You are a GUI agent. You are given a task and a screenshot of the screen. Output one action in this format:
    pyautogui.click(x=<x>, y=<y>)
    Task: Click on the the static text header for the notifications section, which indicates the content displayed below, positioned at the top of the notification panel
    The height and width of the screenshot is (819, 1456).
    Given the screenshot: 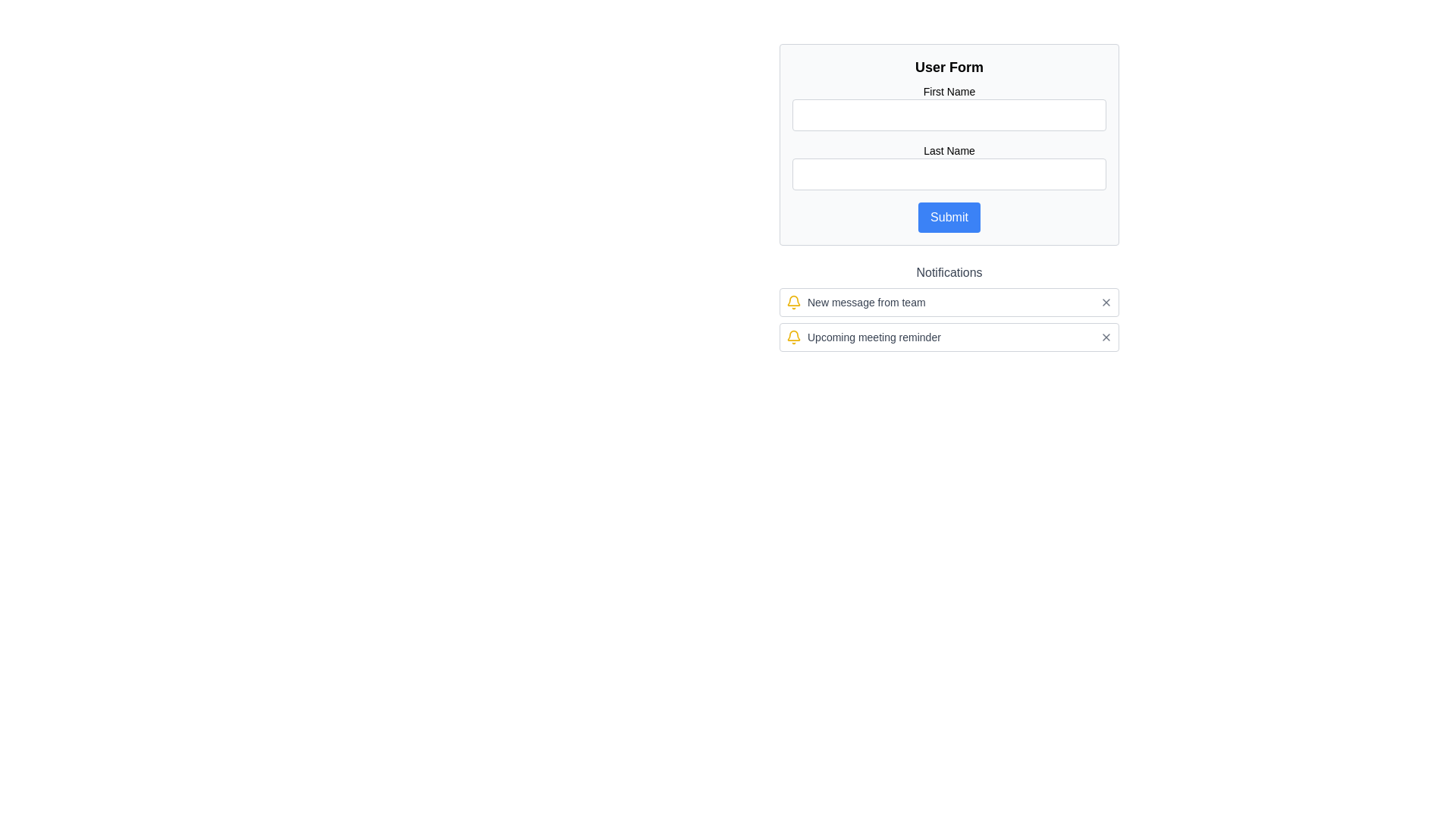 What is the action you would take?
    pyautogui.click(x=949, y=271)
    